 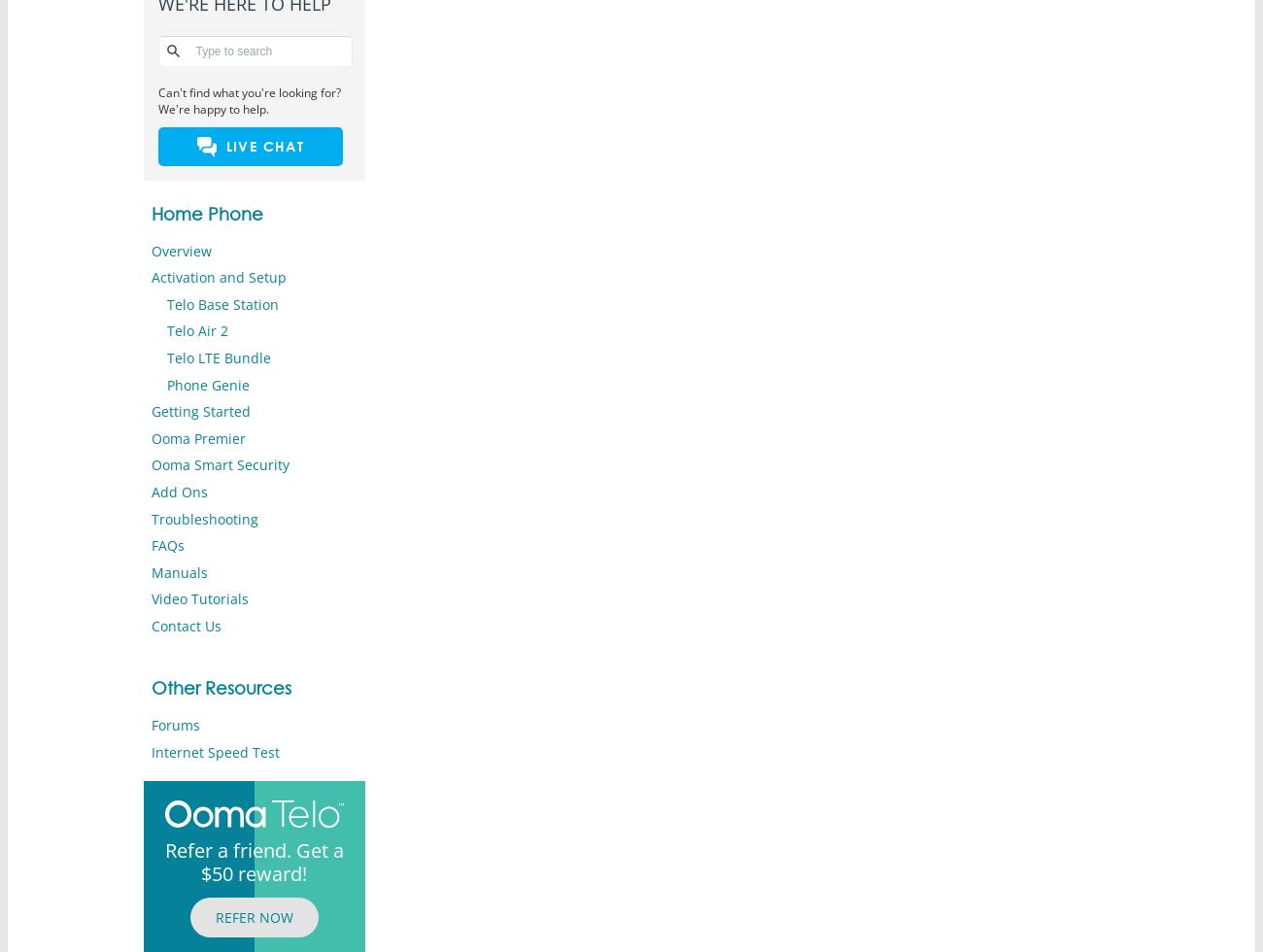 What do you see at coordinates (253, 916) in the screenshot?
I see `'REFER NOW'` at bounding box center [253, 916].